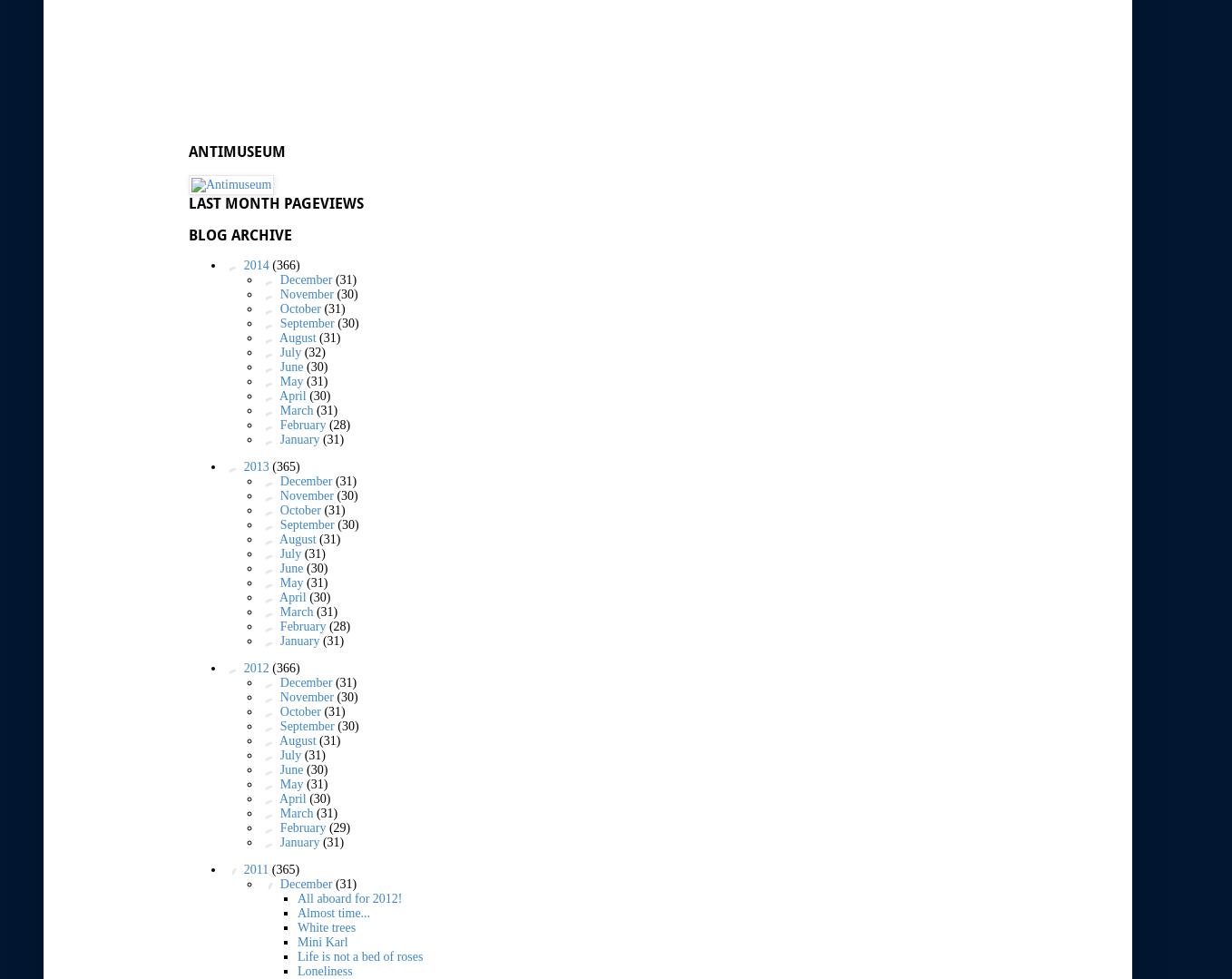  What do you see at coordinates (188, 234) in the screenshot?
I see `'Blog Archive'` at bounding box center [188, 234].